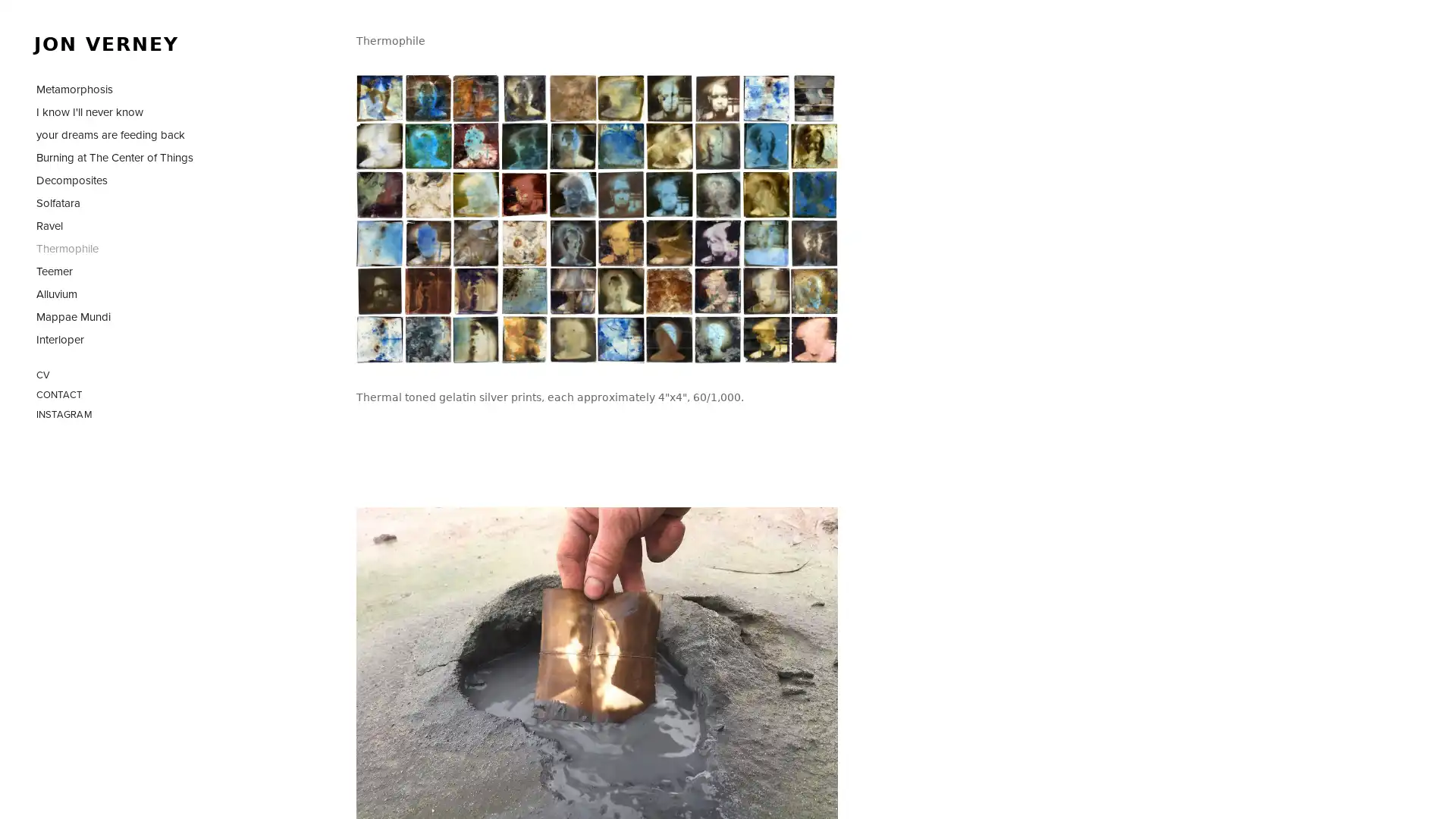 The image size is (1456, 819). What do you see at coordinates (475, 338) in the screenshot?
I see `View fullsize jon_verney_thermophile_54.jpg` at bounding box center [475, 338].